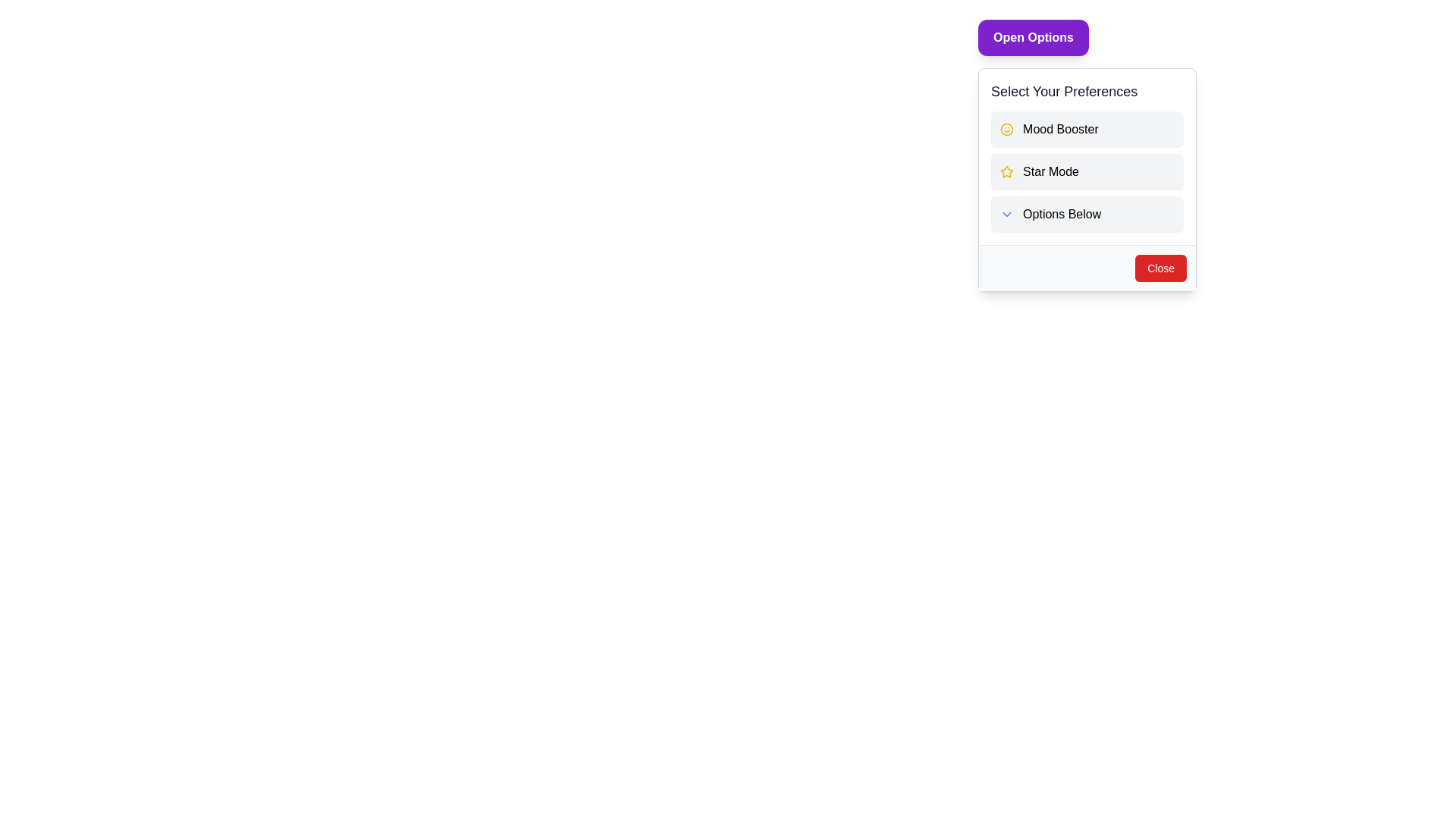  Describe the element at coordinates (1087, 128) in the screenshot. I see `the 'Mood Booster' button, which is a light gray button with dark text and a yellow smiling face icon, located directly below the 'Select Your Preferences' heading` at that location.